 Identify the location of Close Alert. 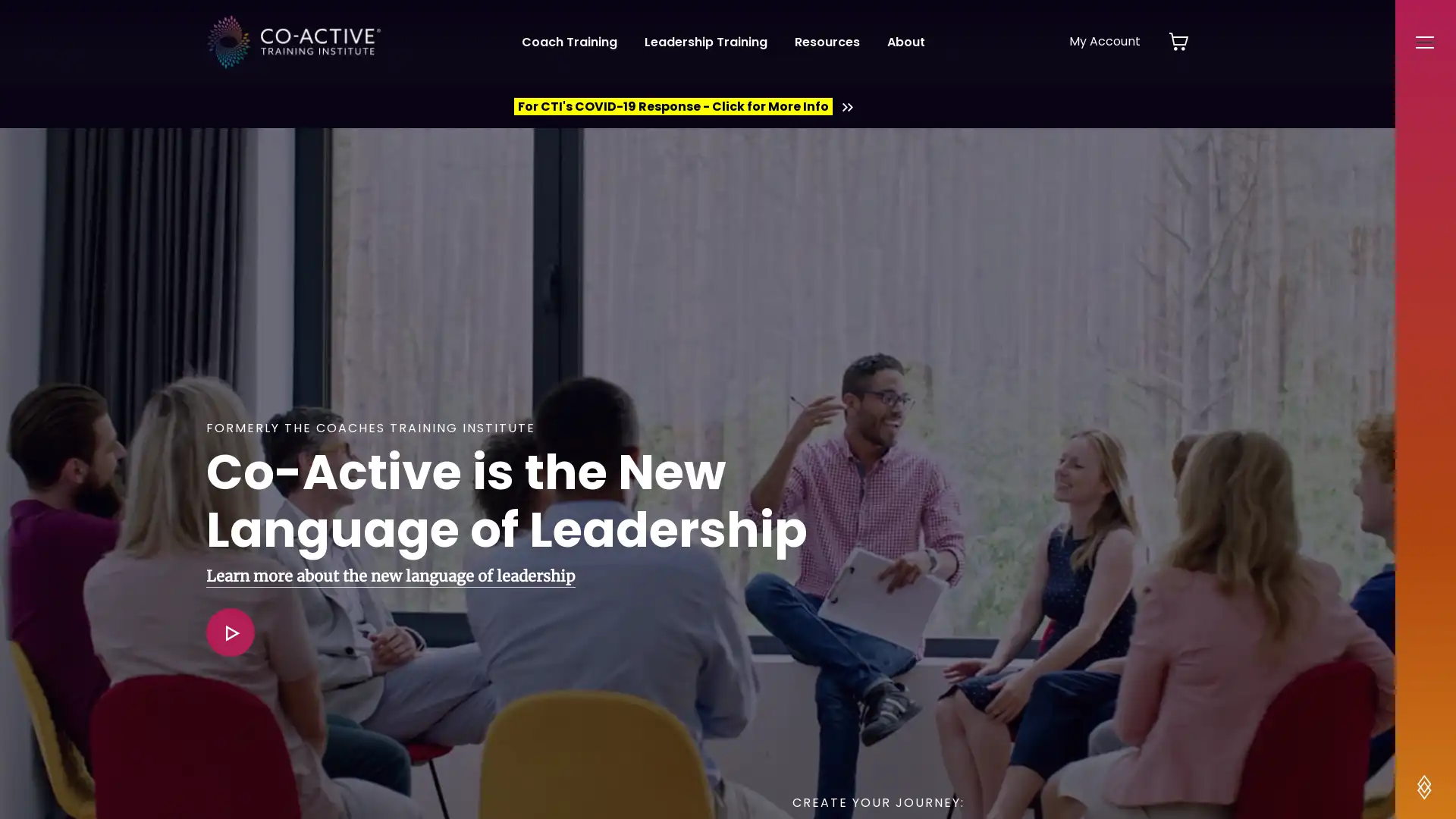
(1175, 190).